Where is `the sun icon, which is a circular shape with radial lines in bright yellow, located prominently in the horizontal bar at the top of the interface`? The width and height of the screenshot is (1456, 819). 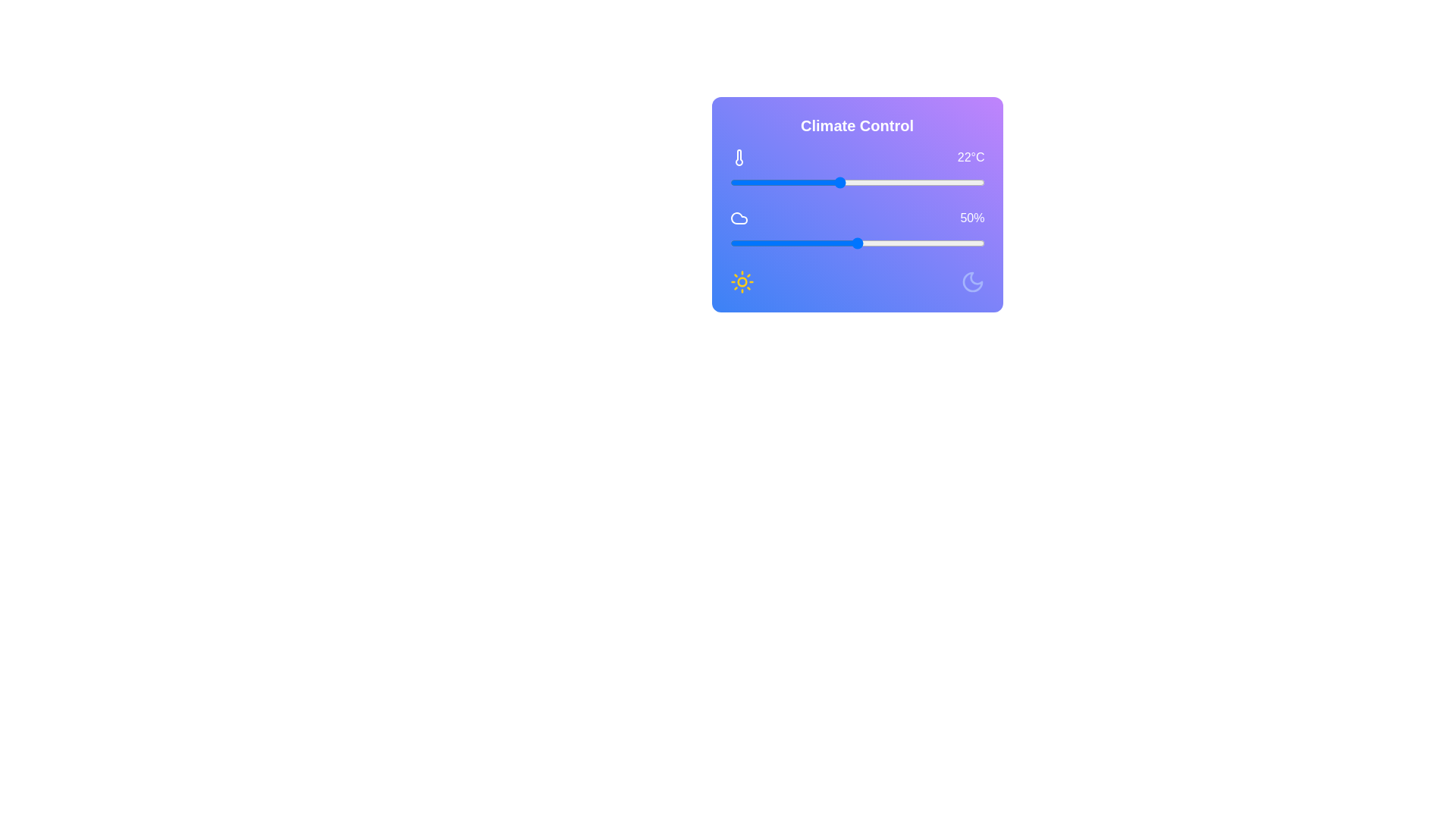 the sun icon, which is a circular shape with radial lines in bright yellow, located prominently in the horizontal bar at the top of the interface is located at coordinates (742, 281).